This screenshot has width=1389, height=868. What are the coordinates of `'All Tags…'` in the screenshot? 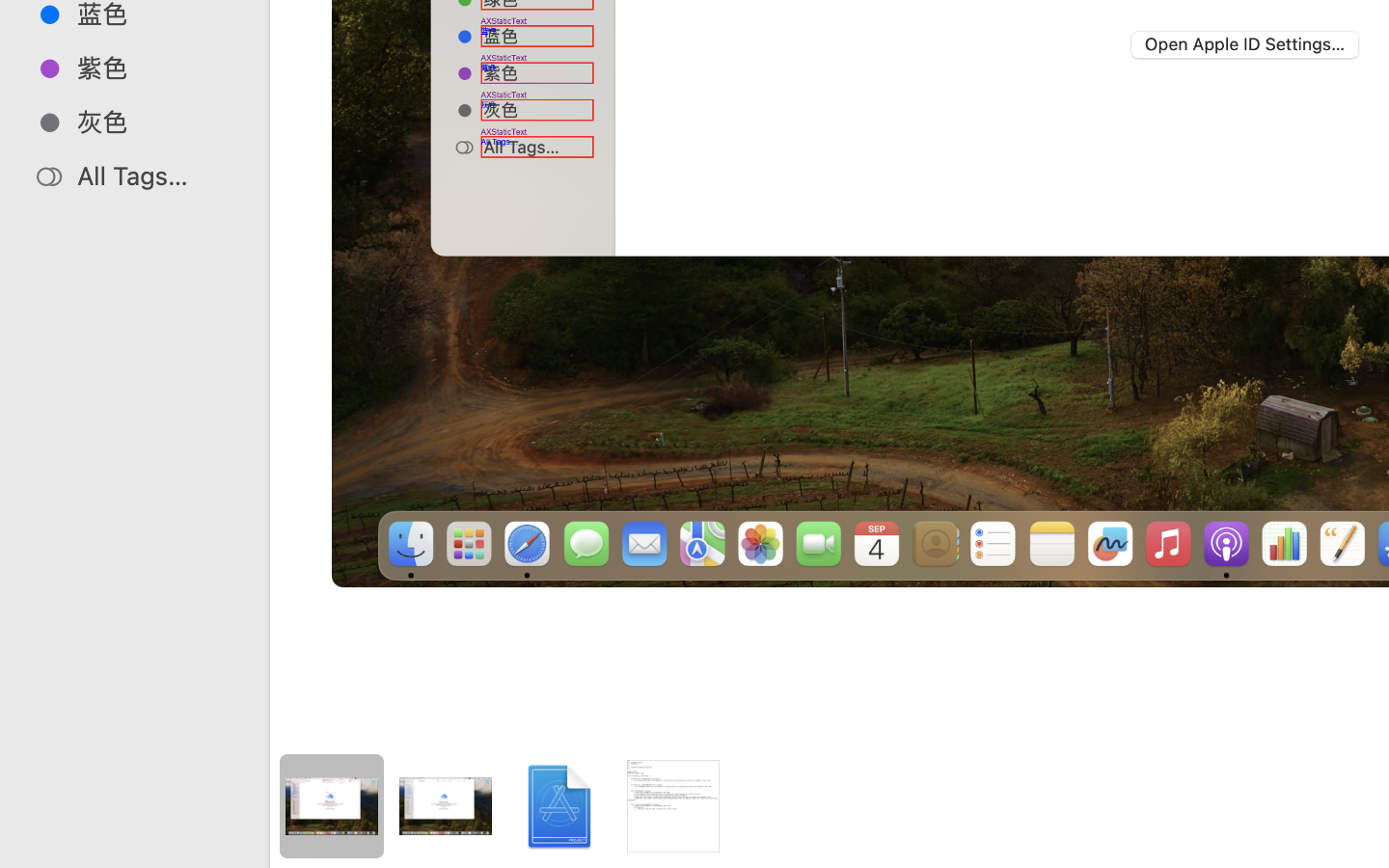 It's located at (153, 175).